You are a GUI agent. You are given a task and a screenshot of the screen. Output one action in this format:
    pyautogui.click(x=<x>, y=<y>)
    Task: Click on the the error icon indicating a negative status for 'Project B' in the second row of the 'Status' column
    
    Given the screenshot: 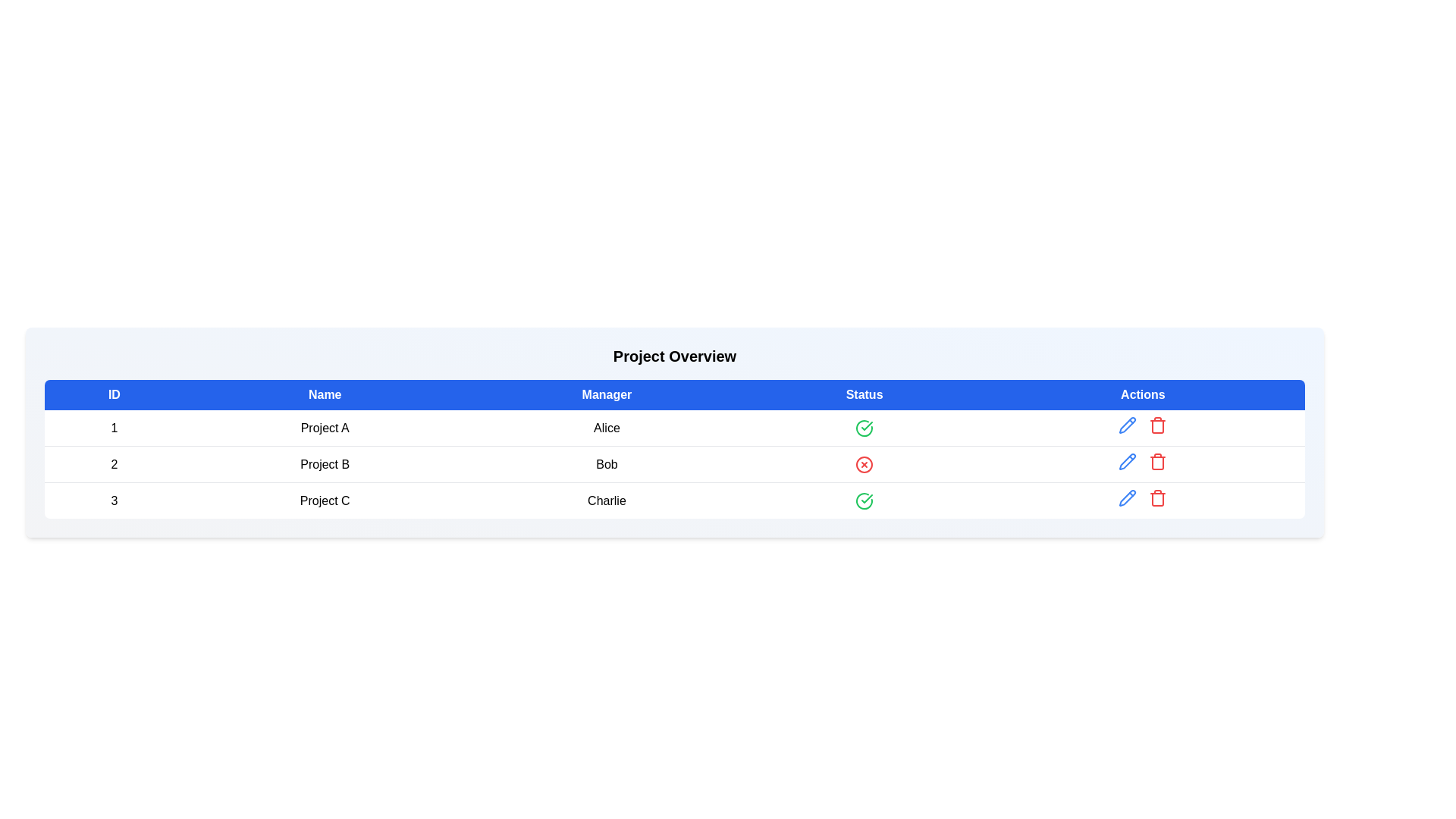 What is the action you would take?
    pyautogui.click(x=864, y=463)
    